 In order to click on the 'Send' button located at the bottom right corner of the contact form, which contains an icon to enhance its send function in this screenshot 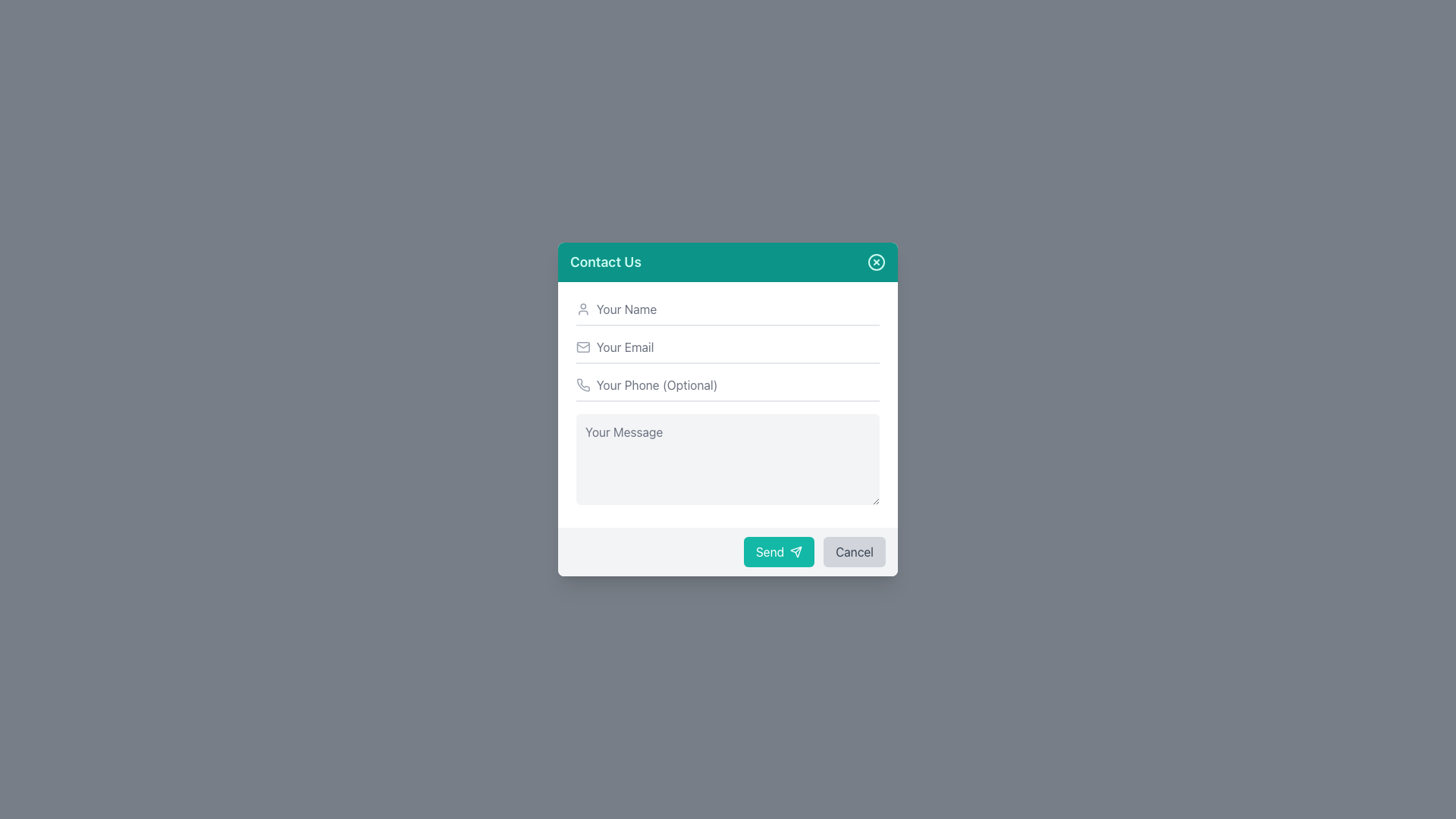, I will do `click(795, 551)`.